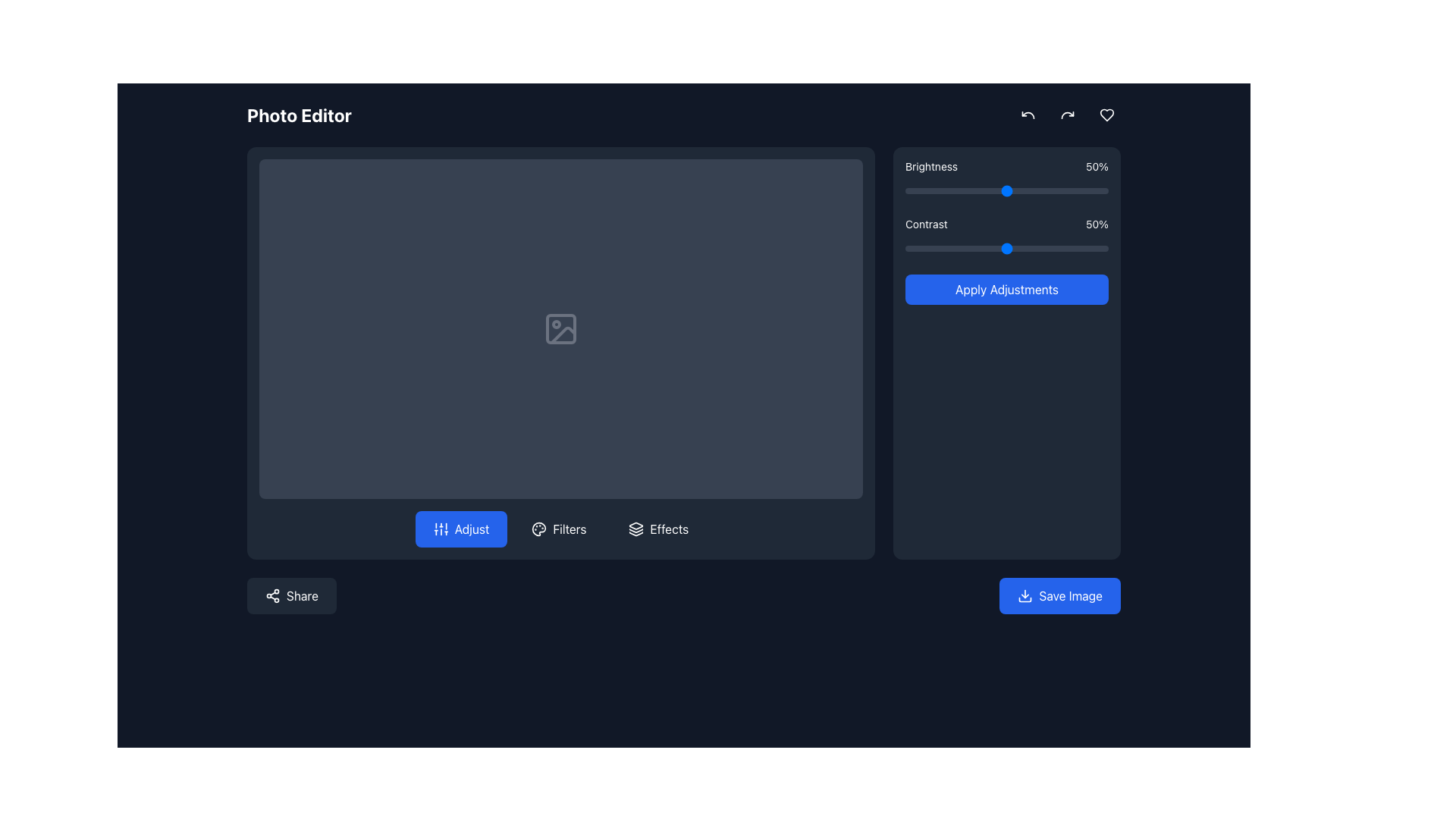 Image resolution: width=1456 pixels, height=819 pixels. I want to click on the heart icon located at the top-right corner of the interface, adjacent to the toolbar icons, so click(1106, 114).